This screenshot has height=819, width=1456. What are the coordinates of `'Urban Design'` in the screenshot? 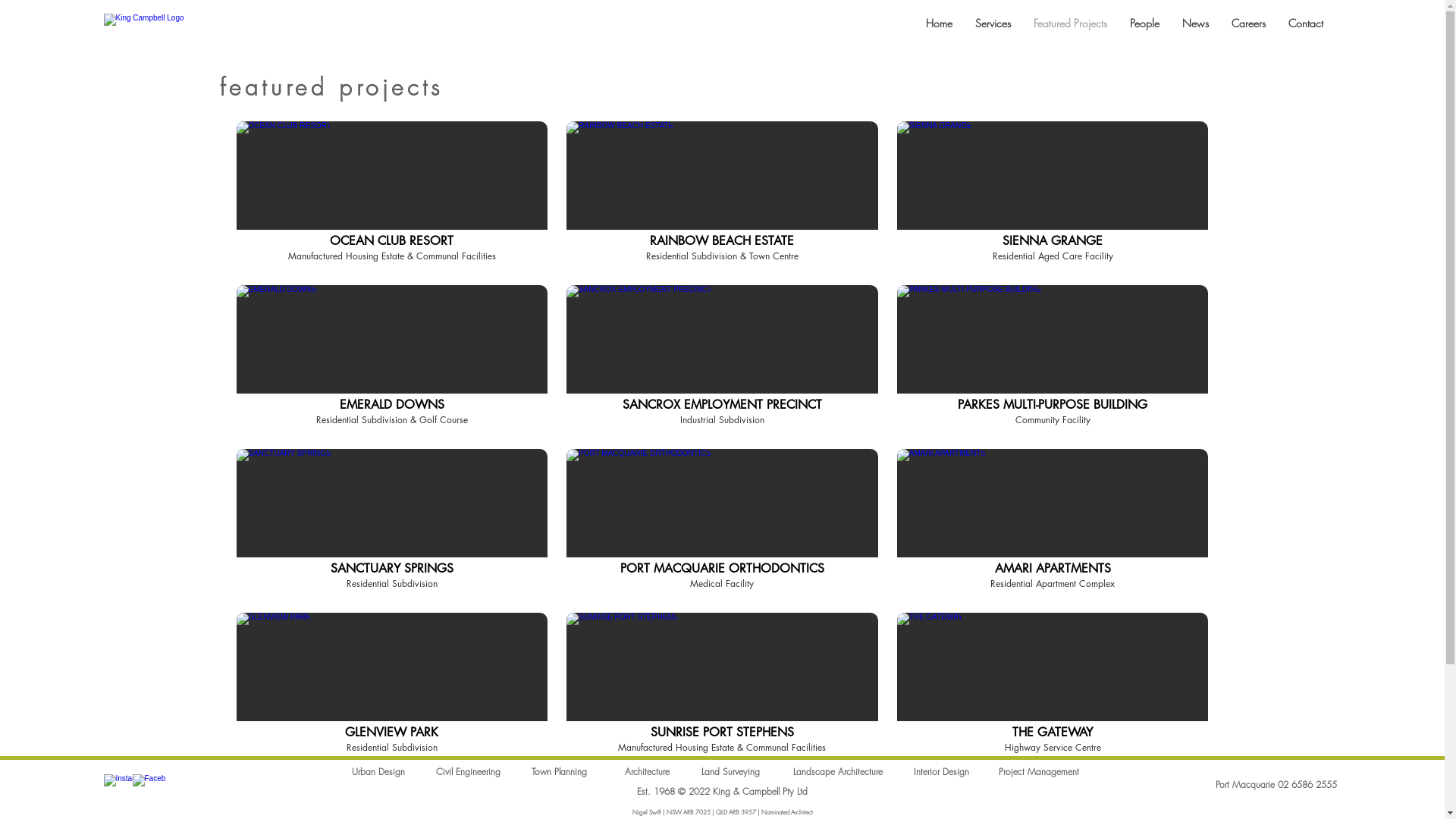 It's located at (378, 771).